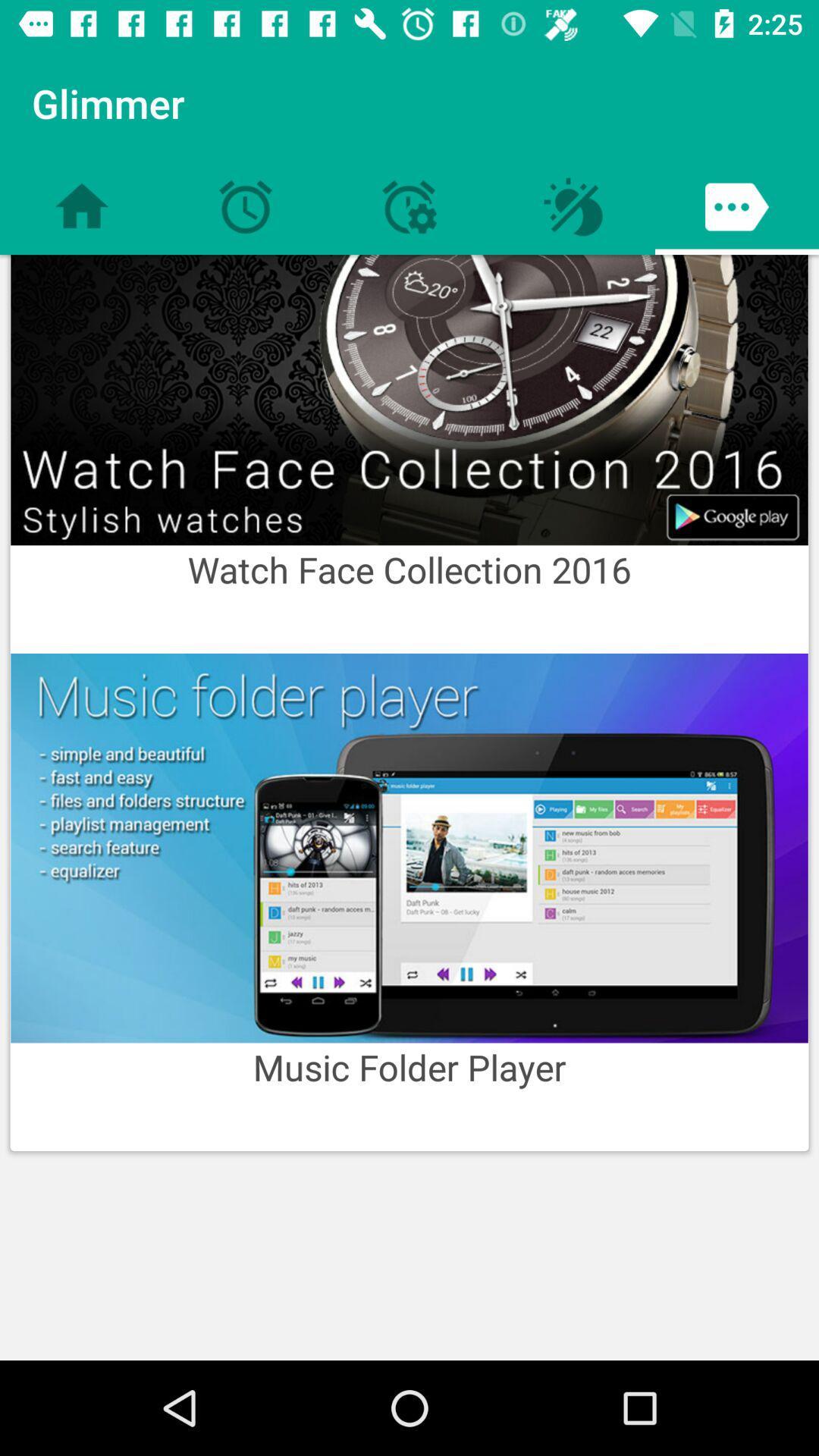 Image resolution: width=819 pixels, height=1456 pixels. What do you see at coordinates (409, 847) in the screenshot?
I see `description` at bounding box center [409, 847].